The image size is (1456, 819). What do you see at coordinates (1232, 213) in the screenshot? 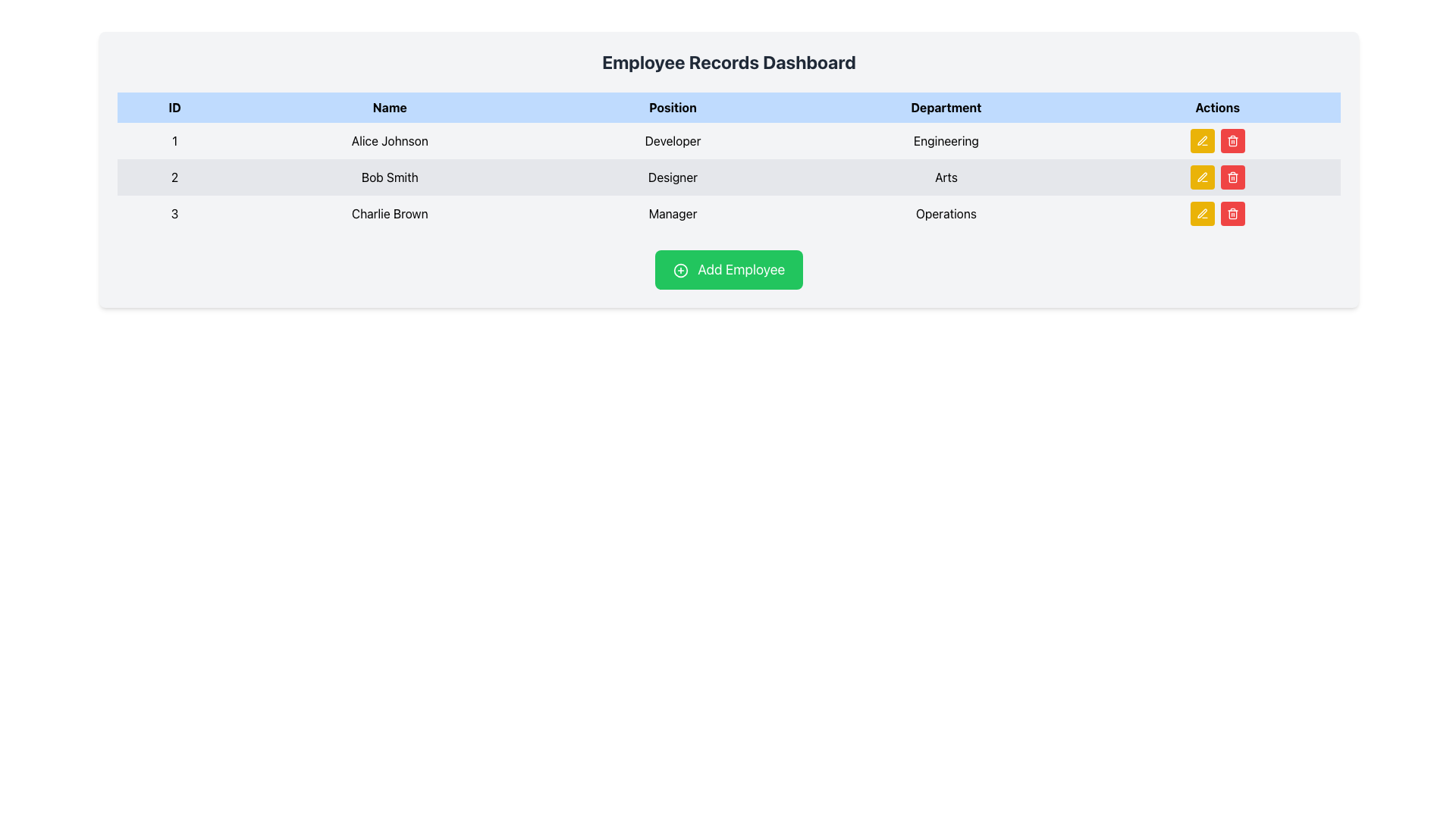
I see `the 'Delete' button with a trash bin icon located in the 'Actions' column of the third row` at bounding box center [1232, 213].